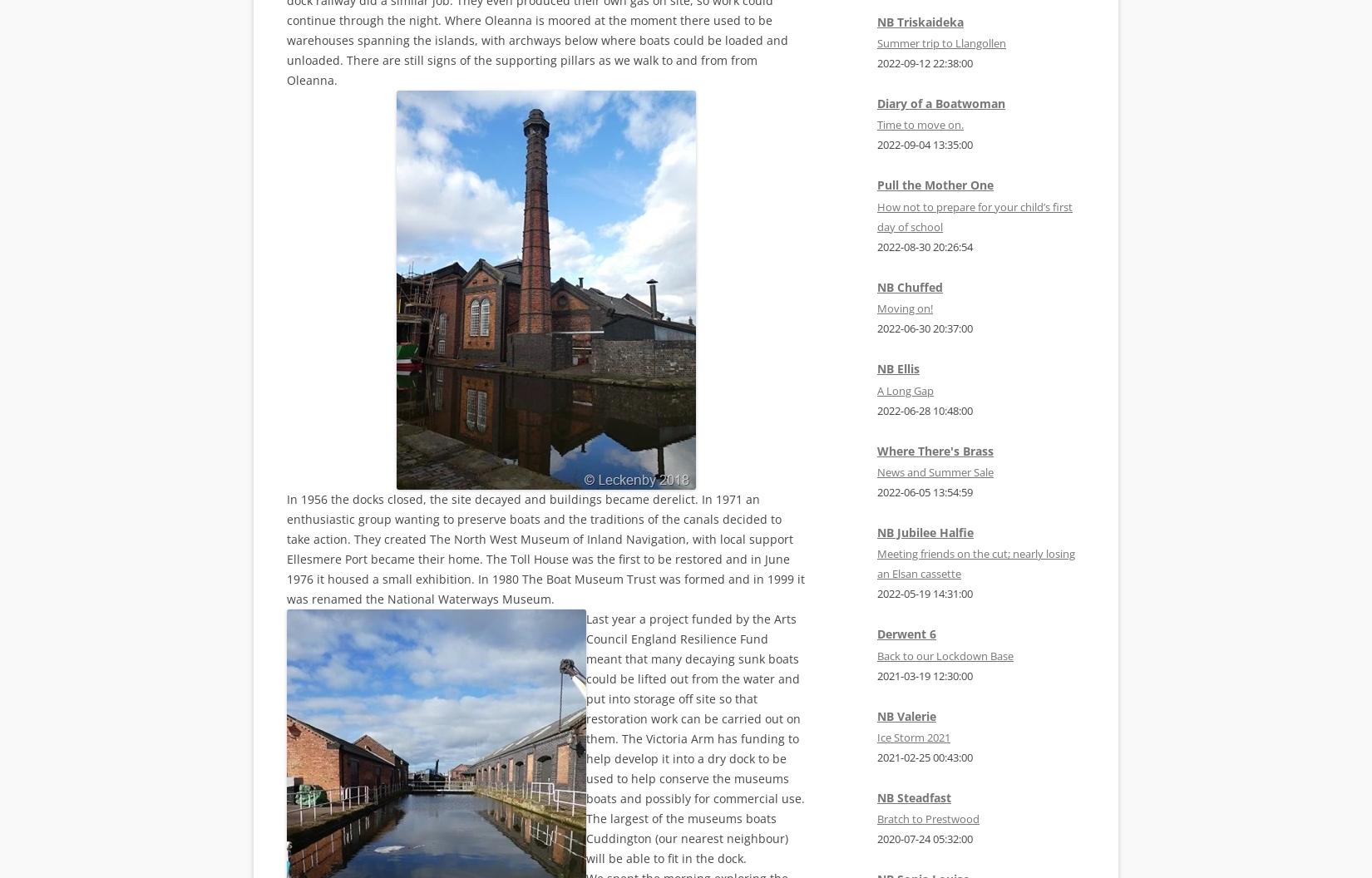 This screenshot has width=1372, height=878. Describe the element at coordinates (920, 21) in the screenshot. I see `'NB Triskaideka'` at that location.